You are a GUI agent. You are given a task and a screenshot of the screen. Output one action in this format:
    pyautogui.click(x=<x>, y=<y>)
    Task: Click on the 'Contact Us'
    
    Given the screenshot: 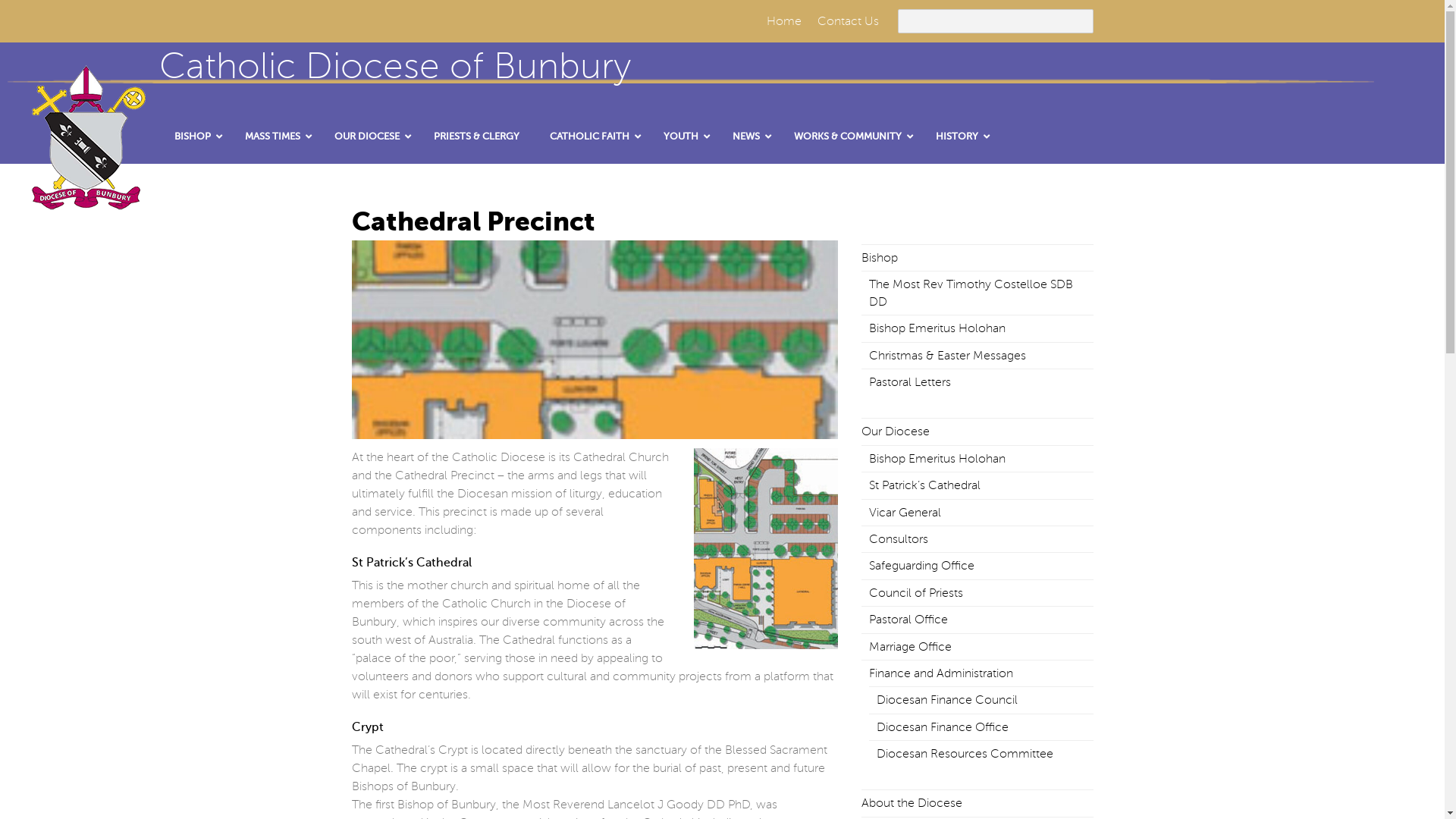 What is the action you would take?
    pyautogui.click(x=847, y=20)
    